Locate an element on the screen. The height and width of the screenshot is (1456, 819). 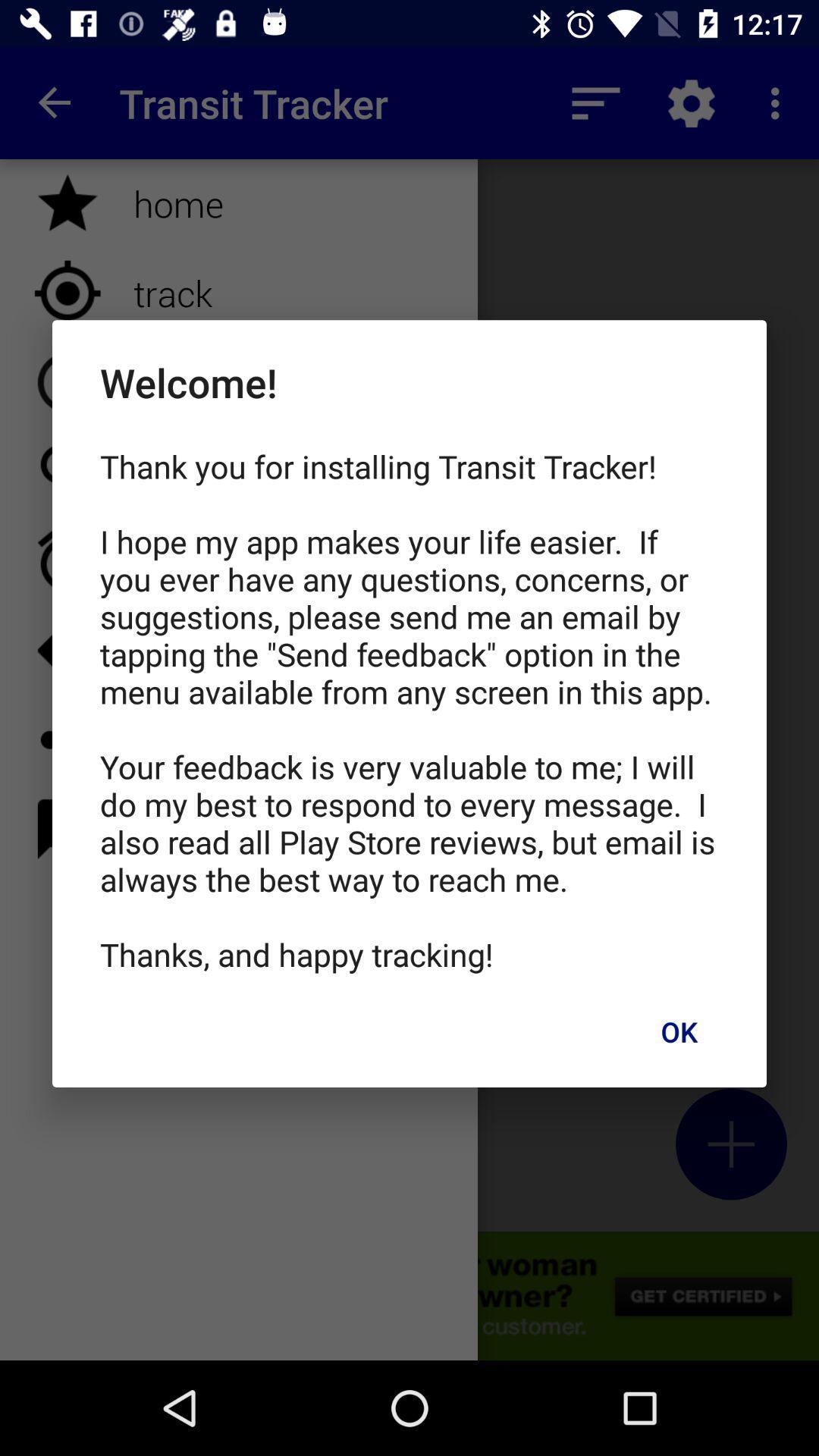
ok icon is located at coordinates (678, 1031).